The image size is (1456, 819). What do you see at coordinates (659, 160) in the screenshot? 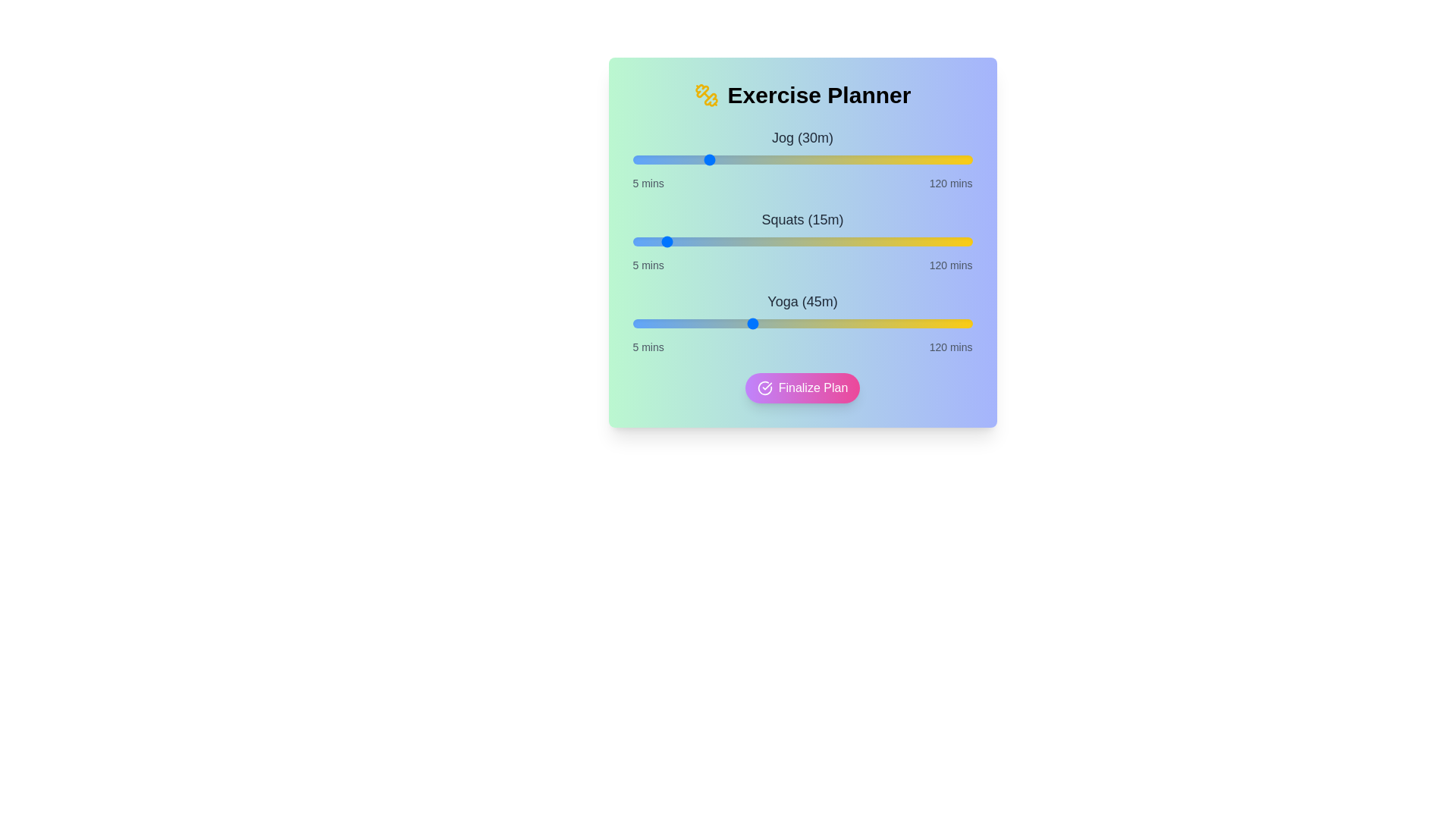
I see `the duration of the 0 slider to 14 minutes` at bounding box center [659, 160].